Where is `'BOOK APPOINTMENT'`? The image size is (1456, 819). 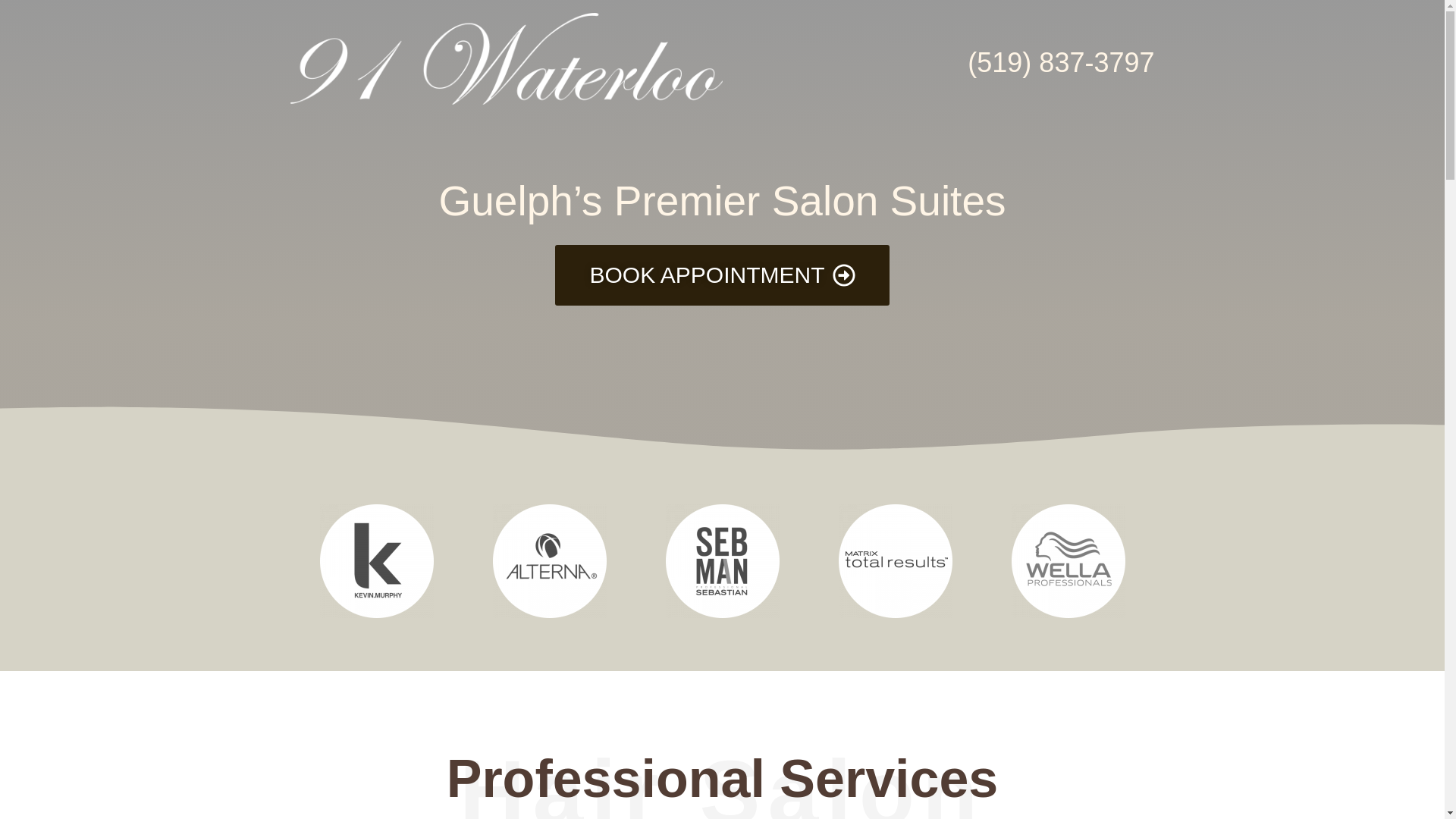 'BOOK APPOINTMENT' is located at coordinates (720, 275).